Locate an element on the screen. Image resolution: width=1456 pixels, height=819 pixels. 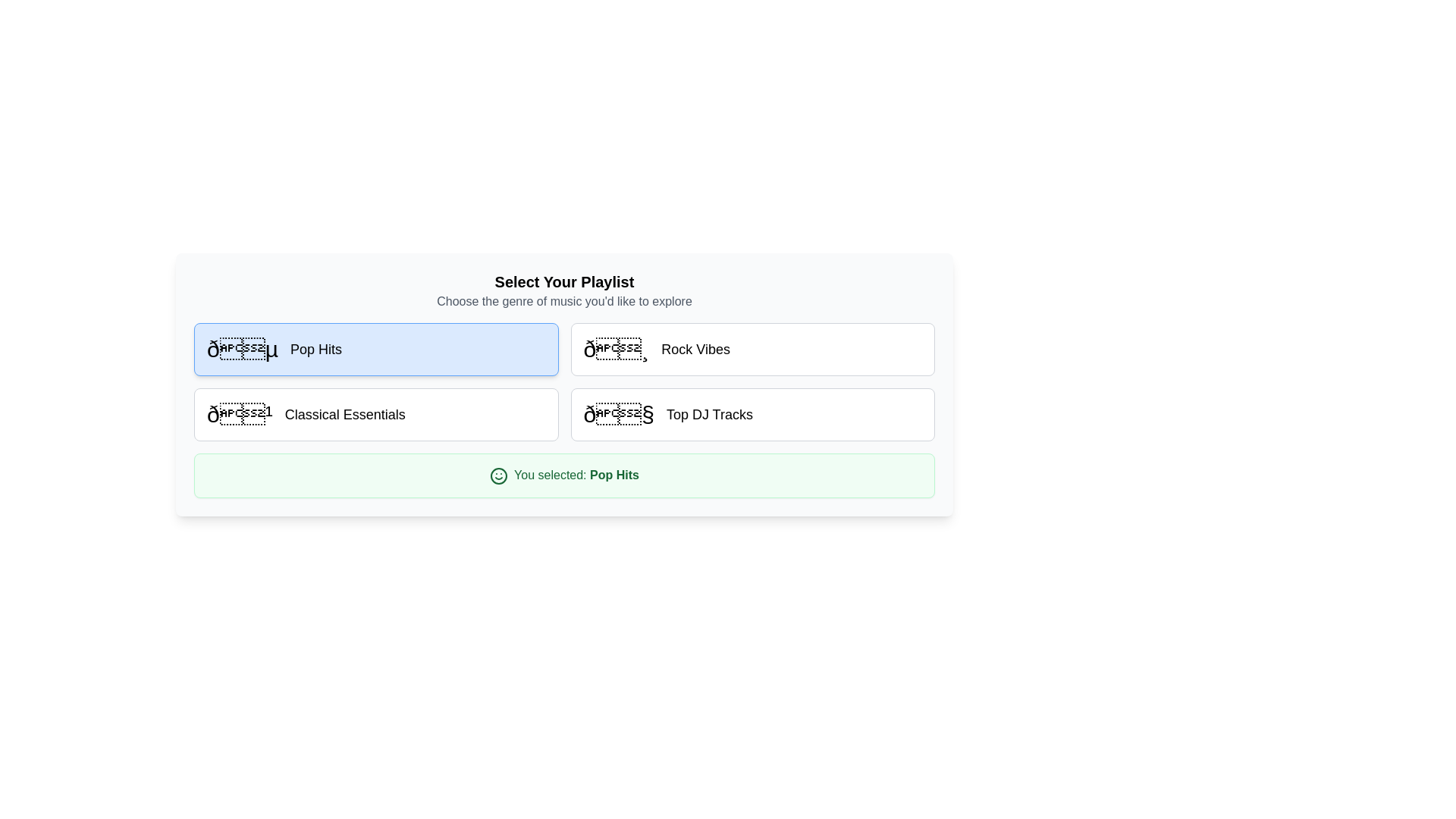
the 'Pop Hits' playlist text label for accessibility tools is located at coordinates (315, 350).